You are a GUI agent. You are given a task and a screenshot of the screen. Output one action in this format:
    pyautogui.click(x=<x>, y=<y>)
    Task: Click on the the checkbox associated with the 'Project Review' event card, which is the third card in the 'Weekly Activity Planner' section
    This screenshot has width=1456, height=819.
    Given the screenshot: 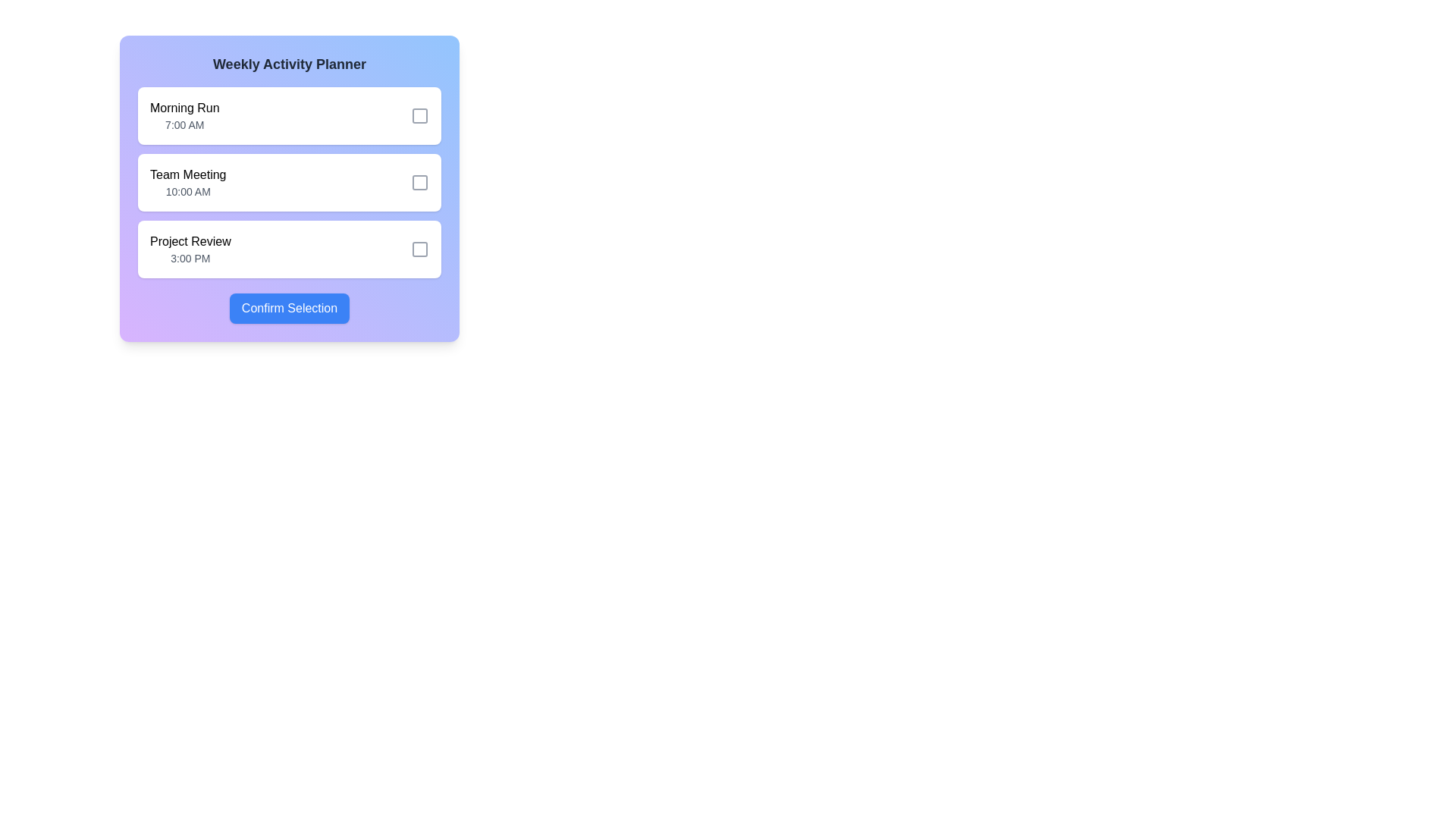 What is the action you would take?
    pyautogui.click(x=290, y=248)
    